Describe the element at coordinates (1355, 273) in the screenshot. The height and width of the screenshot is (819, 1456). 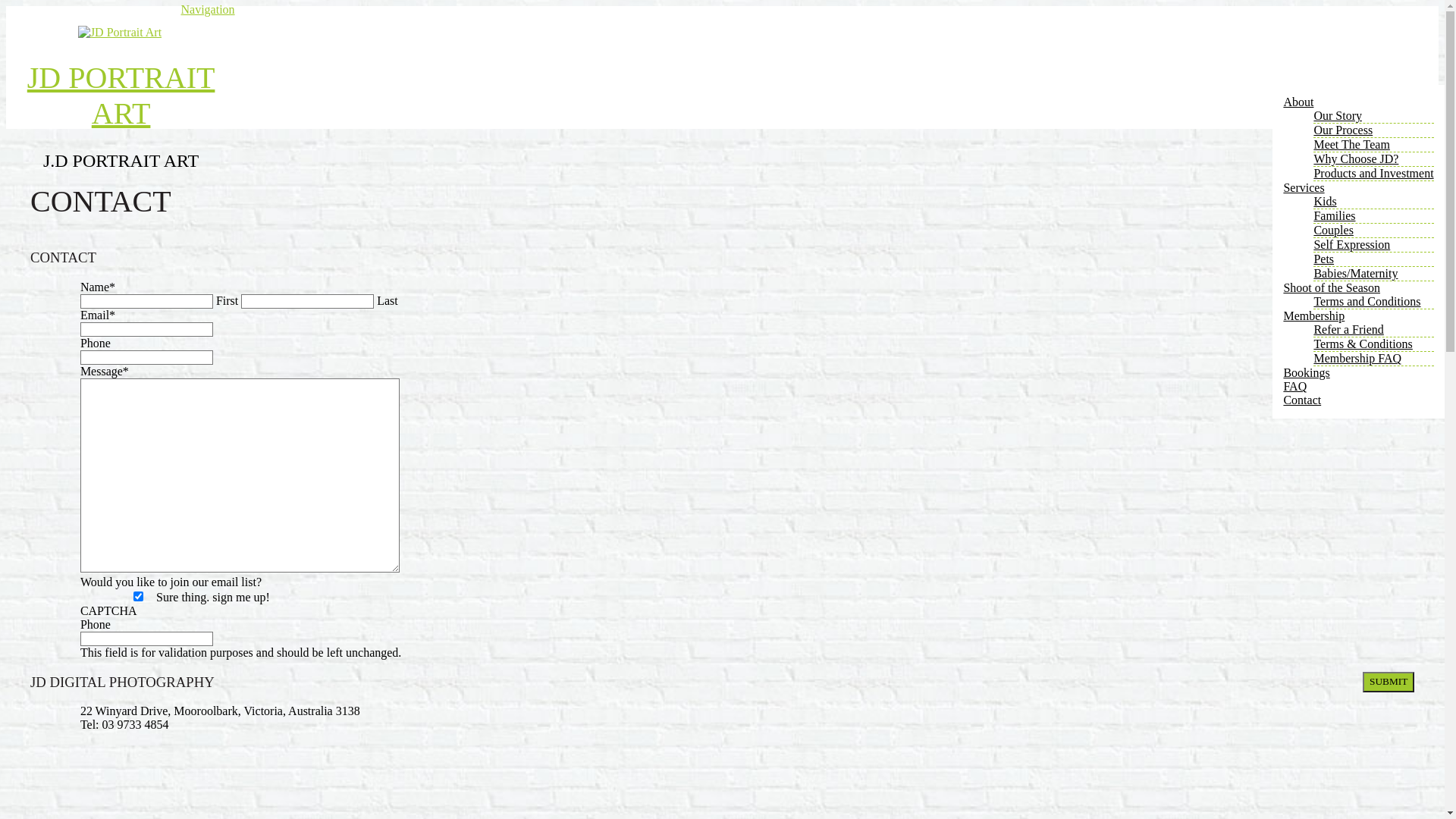
I see `'Babies/Maternity'` at that location.